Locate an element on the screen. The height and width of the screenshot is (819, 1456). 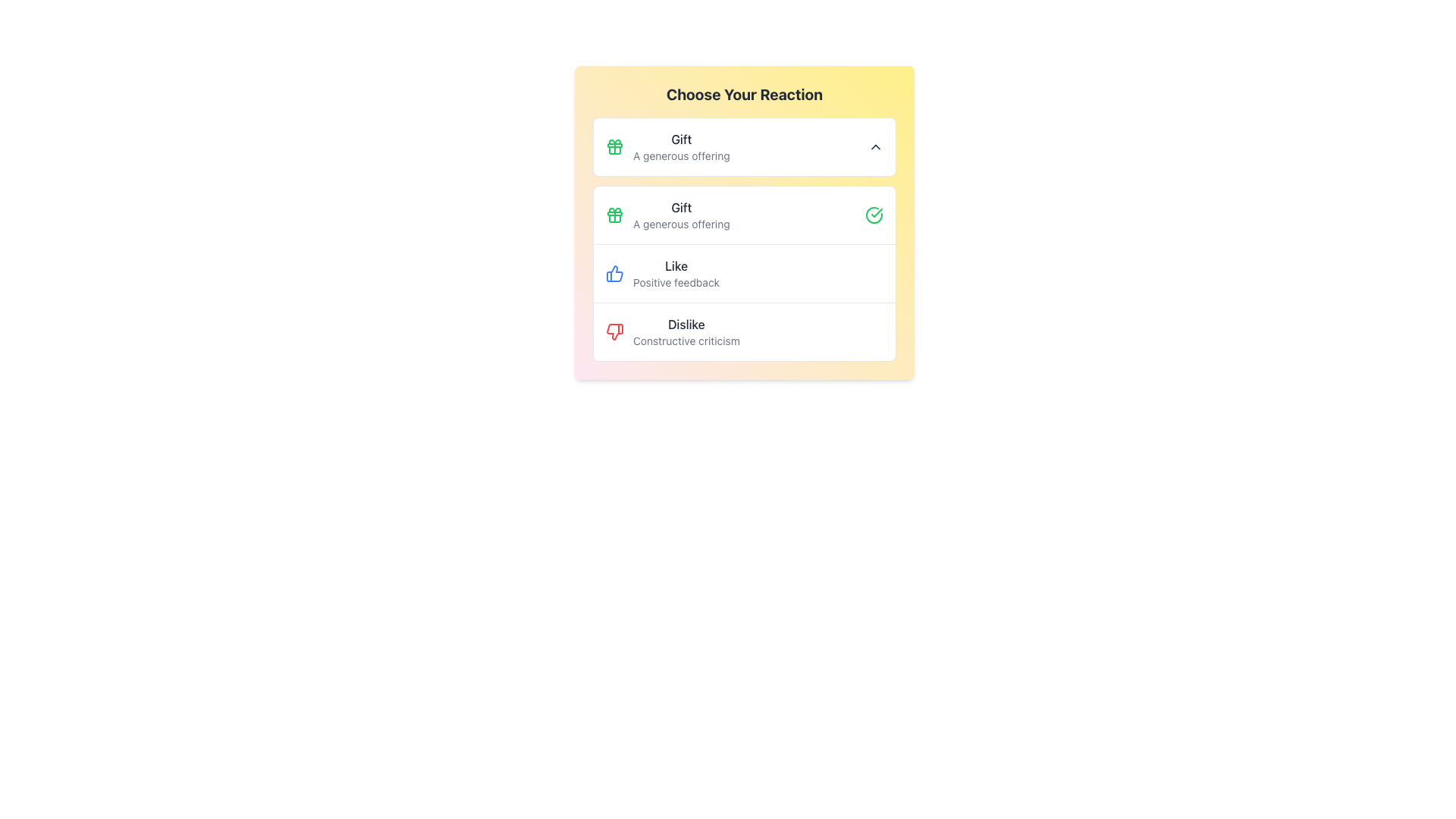
the bright blue thumbs-up icon representing positivity in the 'Like' option section of the reaction menu is located at coordinates (615, 274).